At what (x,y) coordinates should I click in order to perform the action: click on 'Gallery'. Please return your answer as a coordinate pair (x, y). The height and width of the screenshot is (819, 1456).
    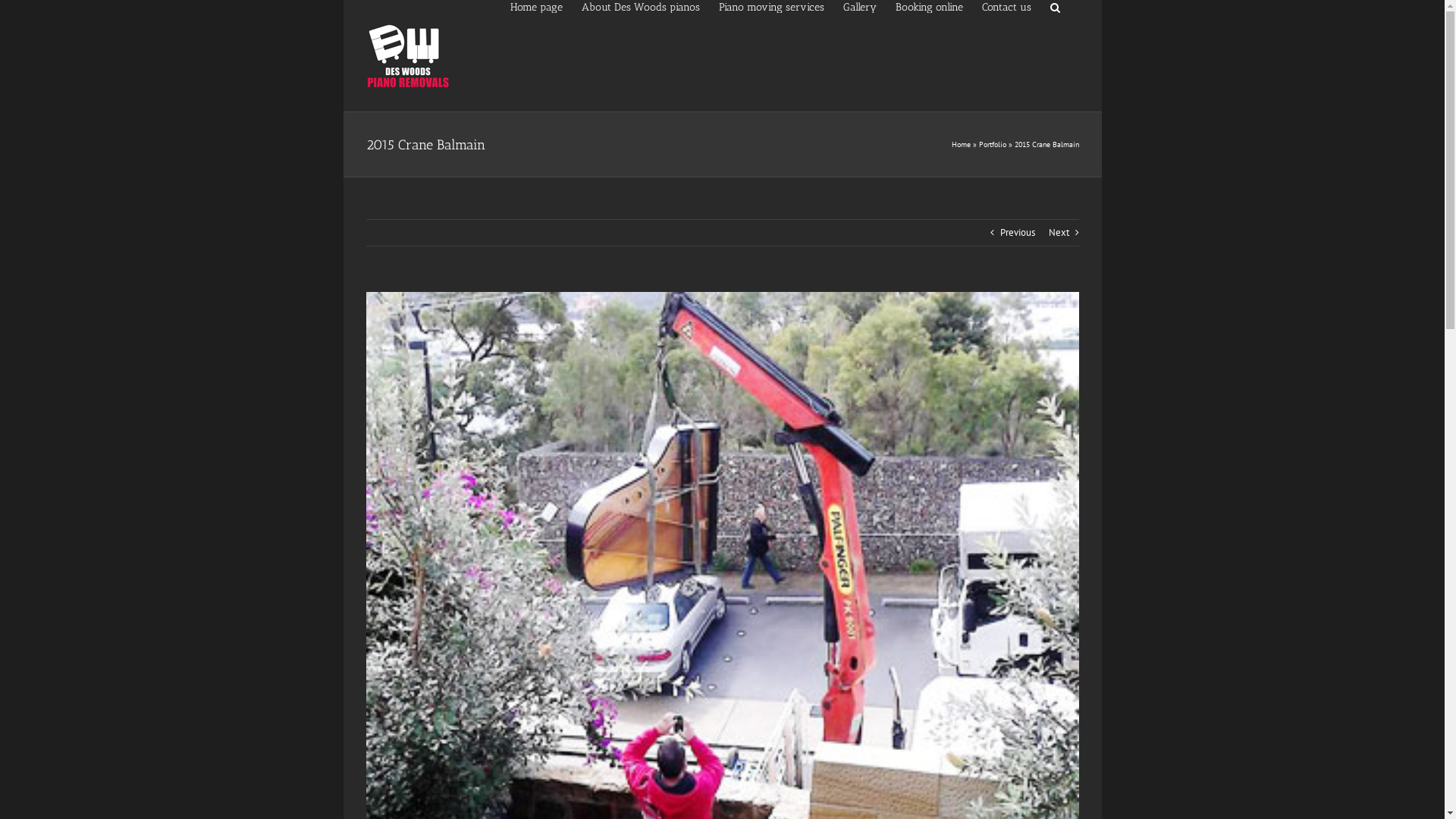
    Looking at the image, I should click on (859, 6).